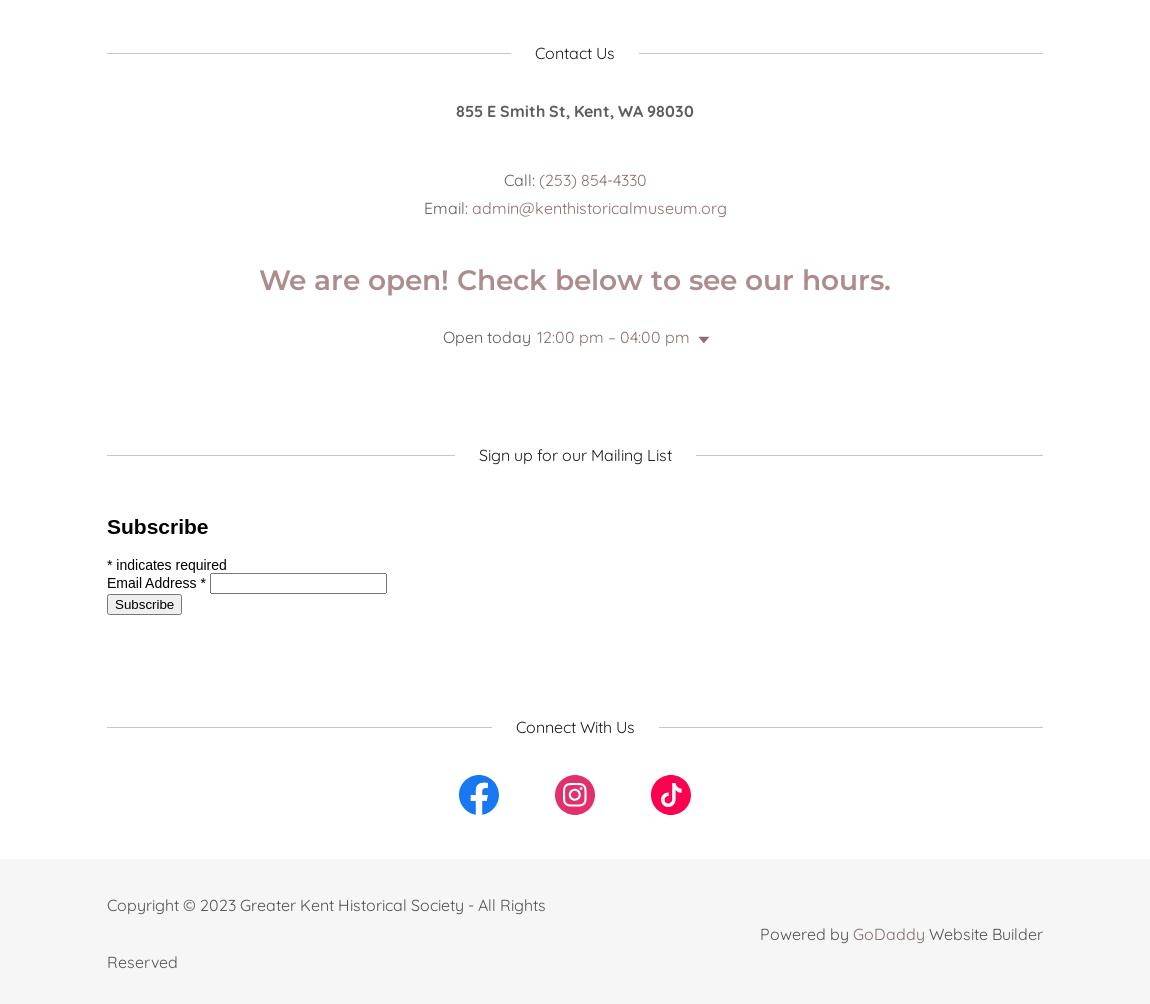  What do you see at coordinates (574, 725) in the screenshot?
I see `'Connect With Us'` at bounding box center [574, 725].